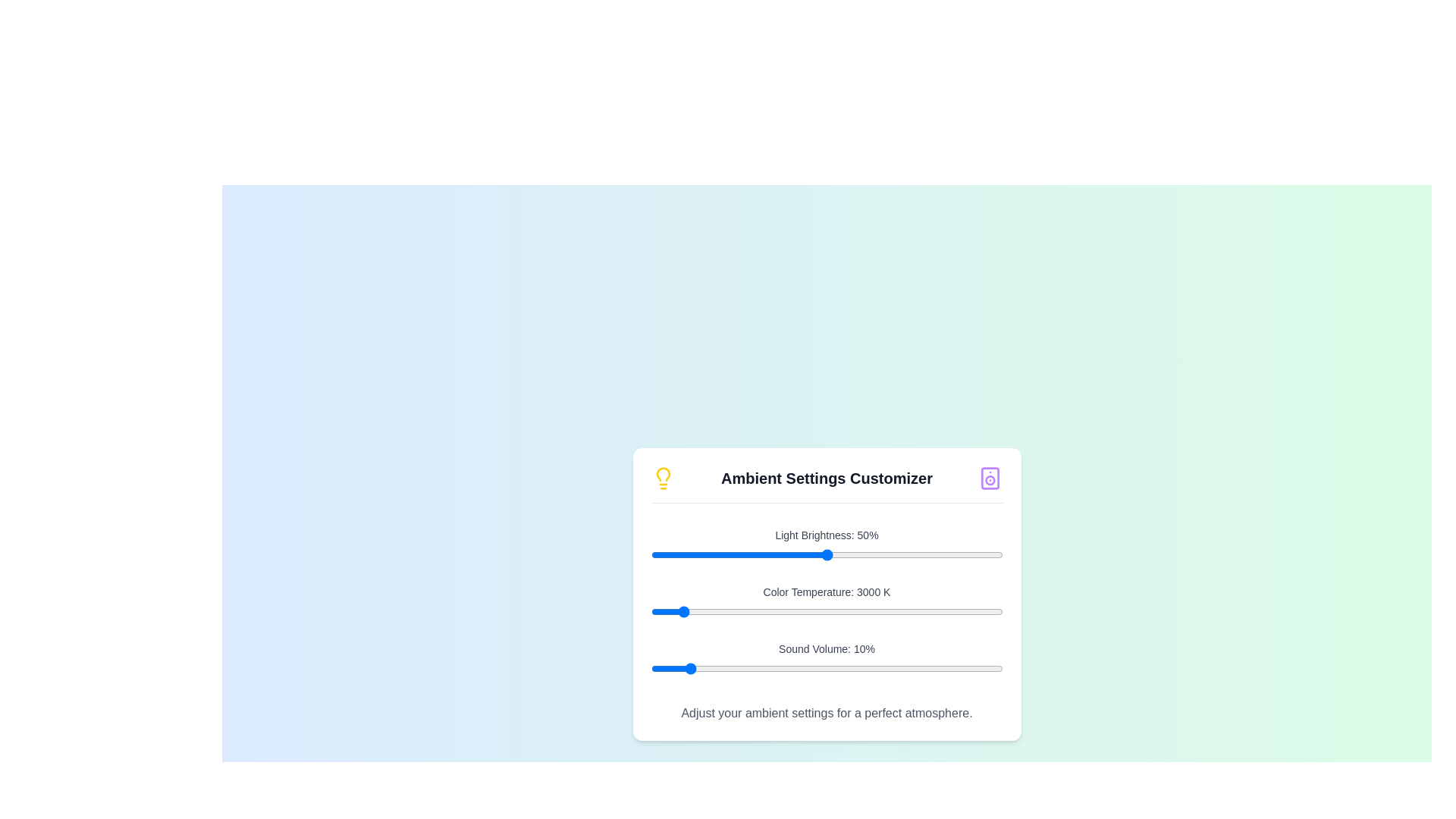 This screenshot has height=819, width=1456. I want to click on the lightbulb icon on the leftmost side of the header row in the 'Ambient Settings Customizer' section, so click(663, 479).